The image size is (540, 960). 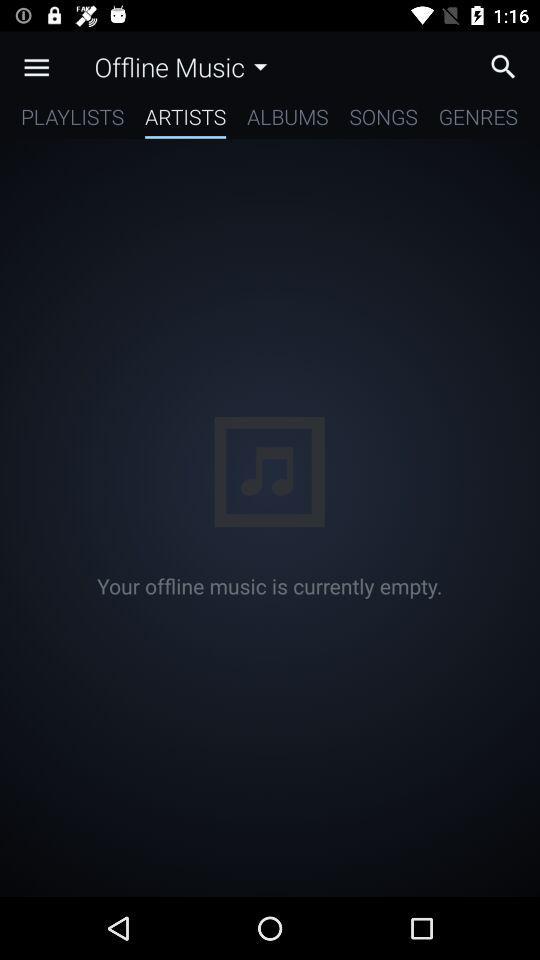 What do you see at coordinates (477, 120) in the screenshot?
I see `the genres app` at bounding box center [477, 120].